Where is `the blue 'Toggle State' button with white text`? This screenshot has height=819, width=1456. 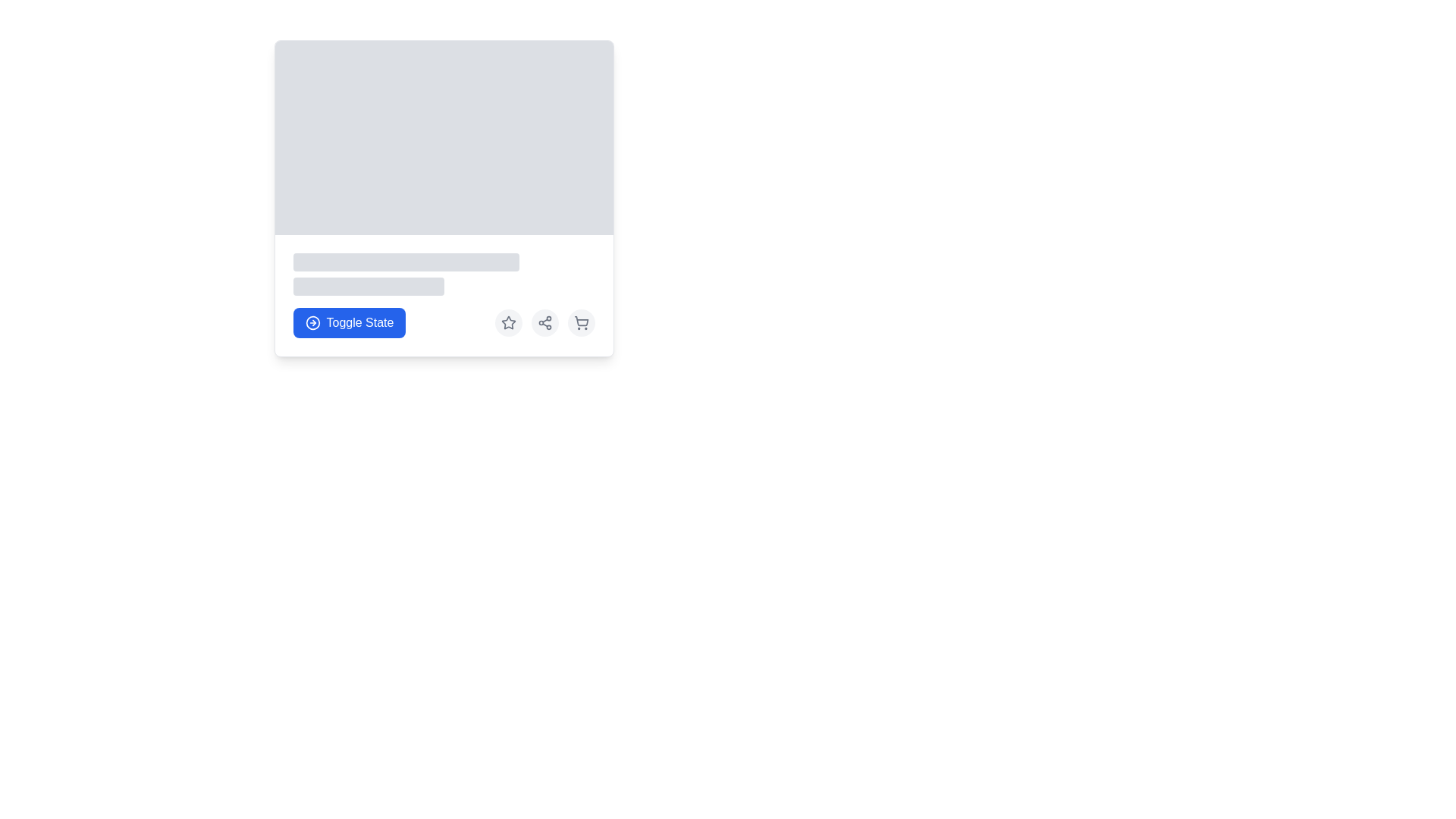
the blue 'Toggle State' button with white text is located at coordinates (359, 322).